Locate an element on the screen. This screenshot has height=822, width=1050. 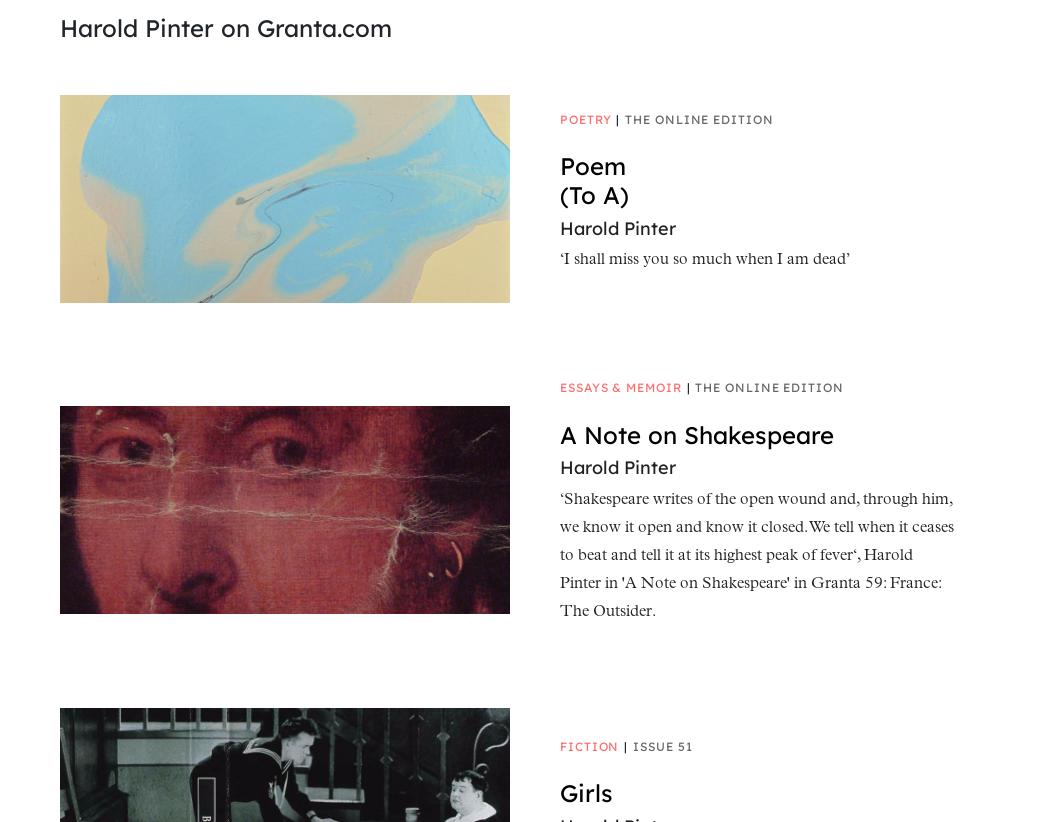
'Issue 51' is located at coordinates (661, 744).